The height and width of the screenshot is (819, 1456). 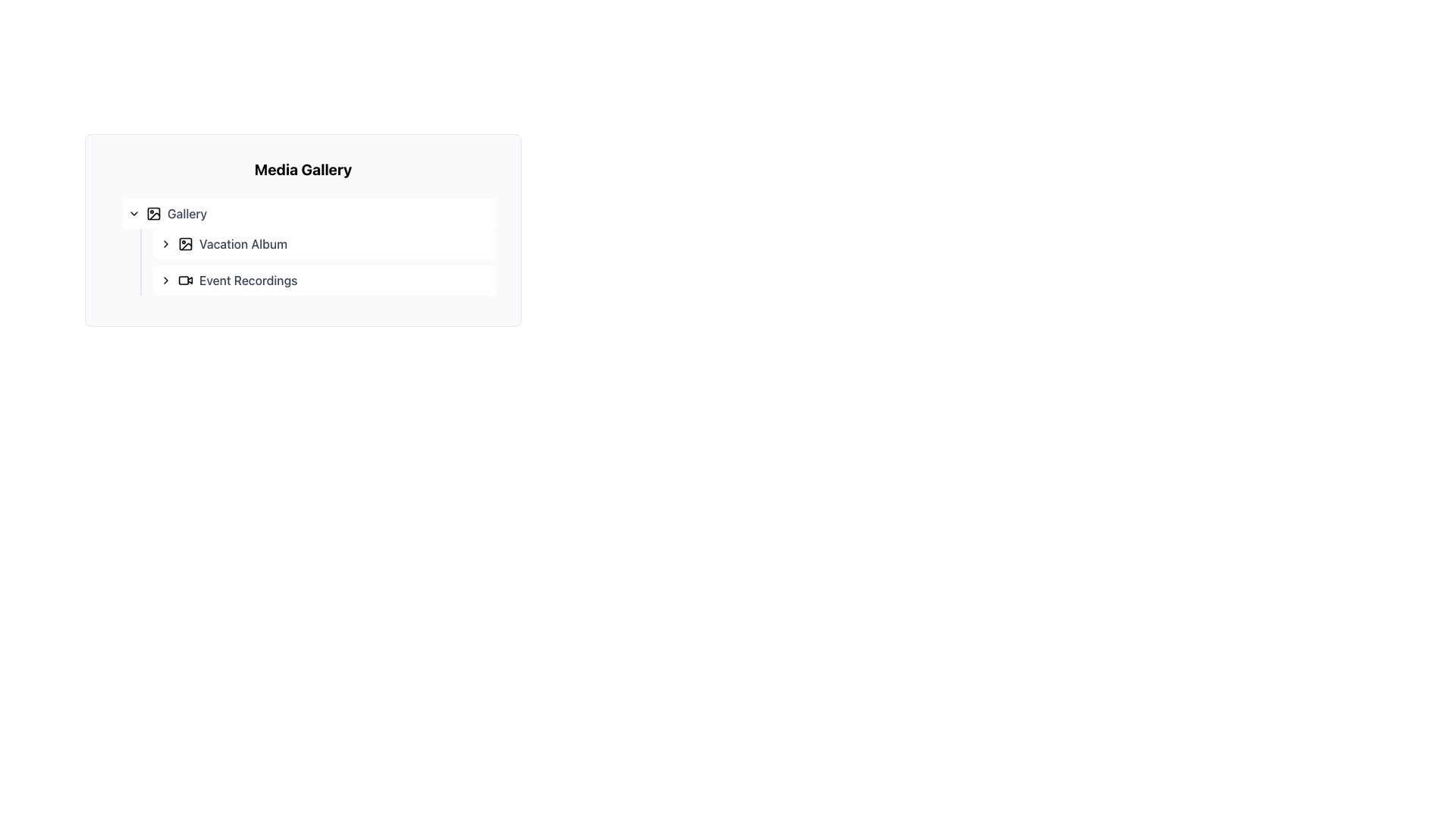 I want to click on the third Text Label element representing an album or folder in the Media Gallery, located adjacent to a small image icon, so click(x=243, y=243).